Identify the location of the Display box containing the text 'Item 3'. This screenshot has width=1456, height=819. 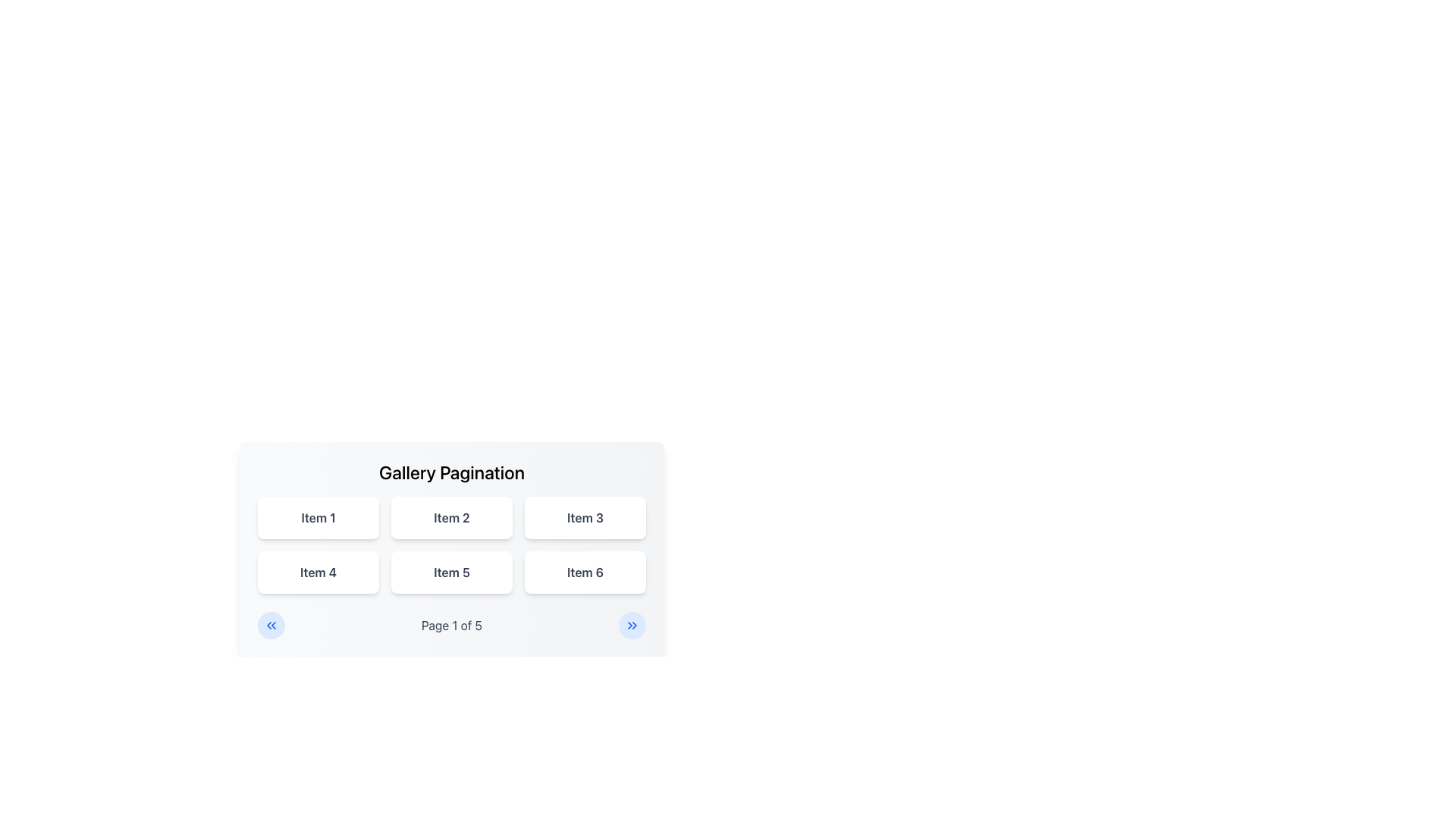
(585, 516).